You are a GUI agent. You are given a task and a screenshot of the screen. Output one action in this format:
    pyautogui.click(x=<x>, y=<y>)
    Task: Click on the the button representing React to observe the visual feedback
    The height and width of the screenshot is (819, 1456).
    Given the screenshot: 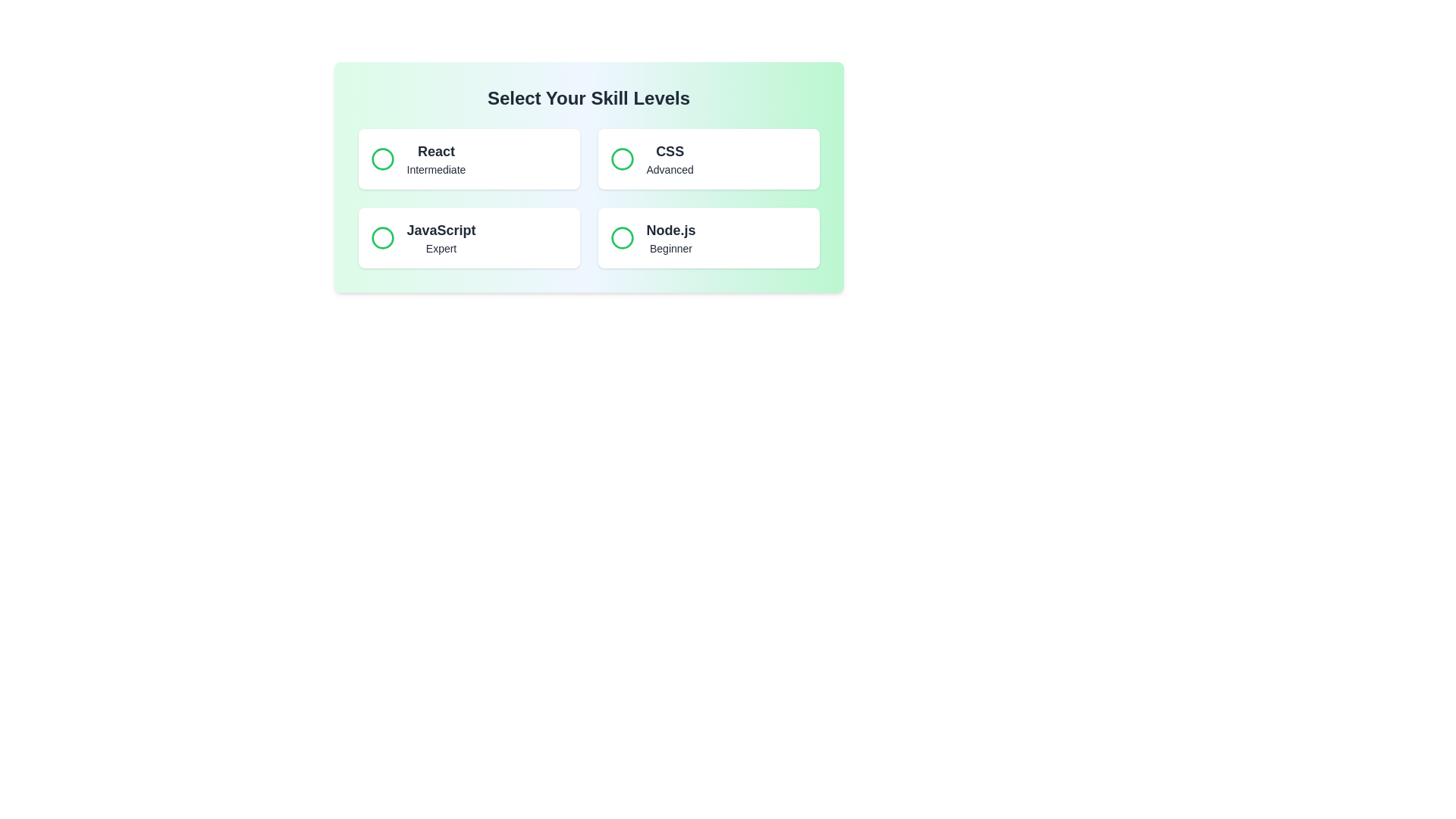 What is the action you would take?
    pyautogui.click(x=468, y=158)
    